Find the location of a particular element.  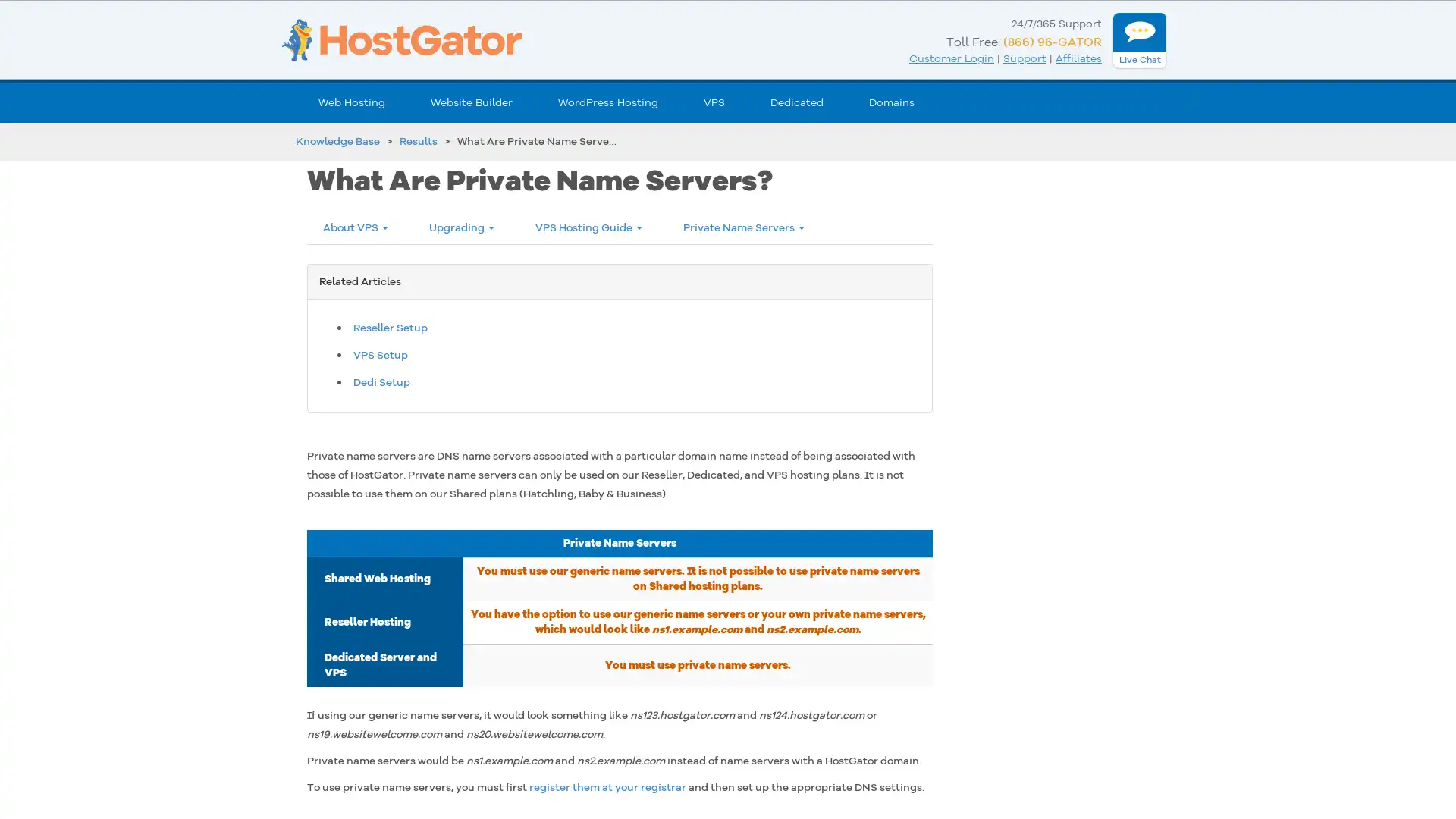

Cookies Settings is located at coordinates (154, 767).